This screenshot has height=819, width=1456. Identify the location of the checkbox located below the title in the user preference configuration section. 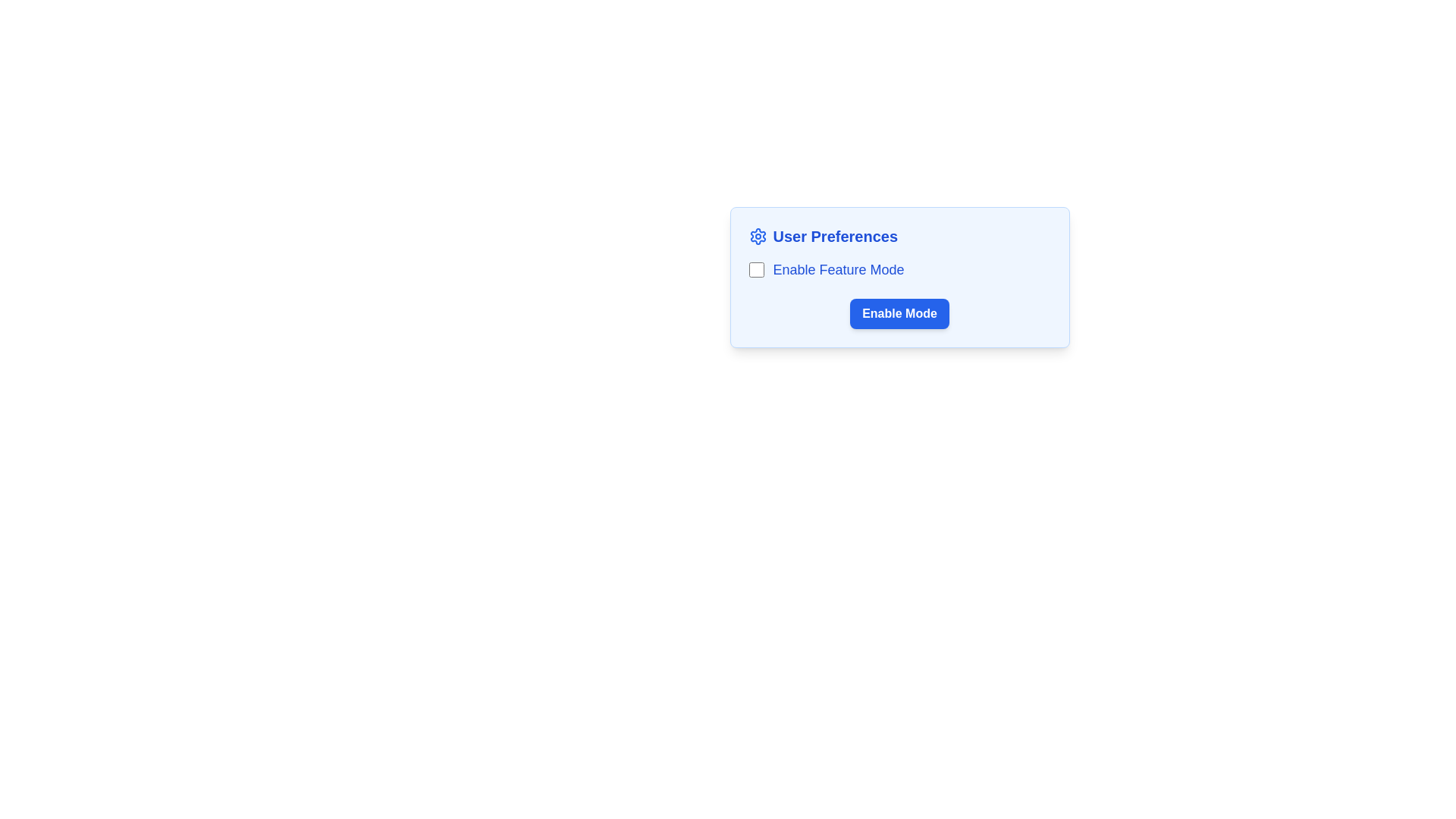
(899, 278).